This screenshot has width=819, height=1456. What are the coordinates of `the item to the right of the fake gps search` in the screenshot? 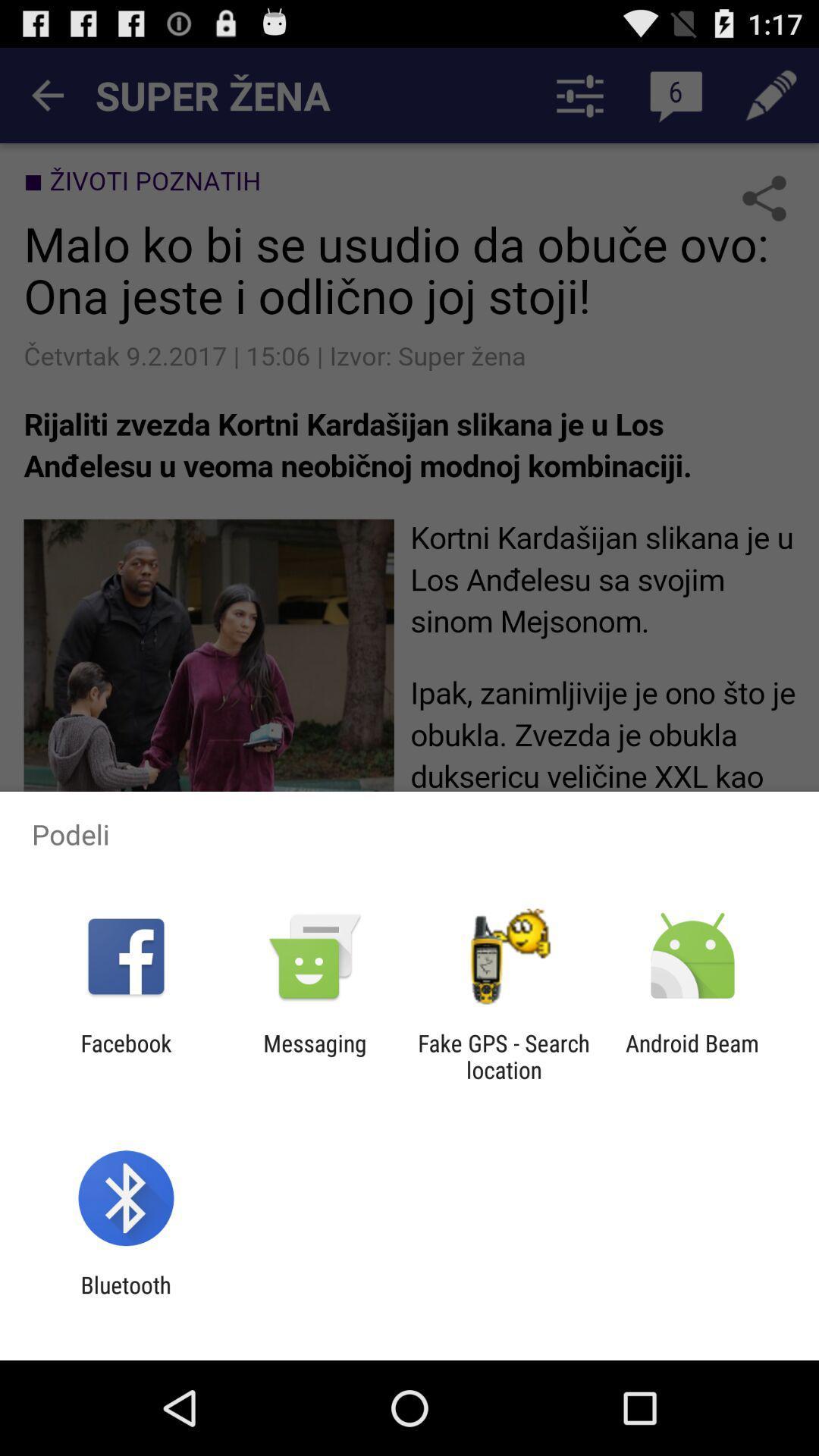 It's located at (692, 1056).